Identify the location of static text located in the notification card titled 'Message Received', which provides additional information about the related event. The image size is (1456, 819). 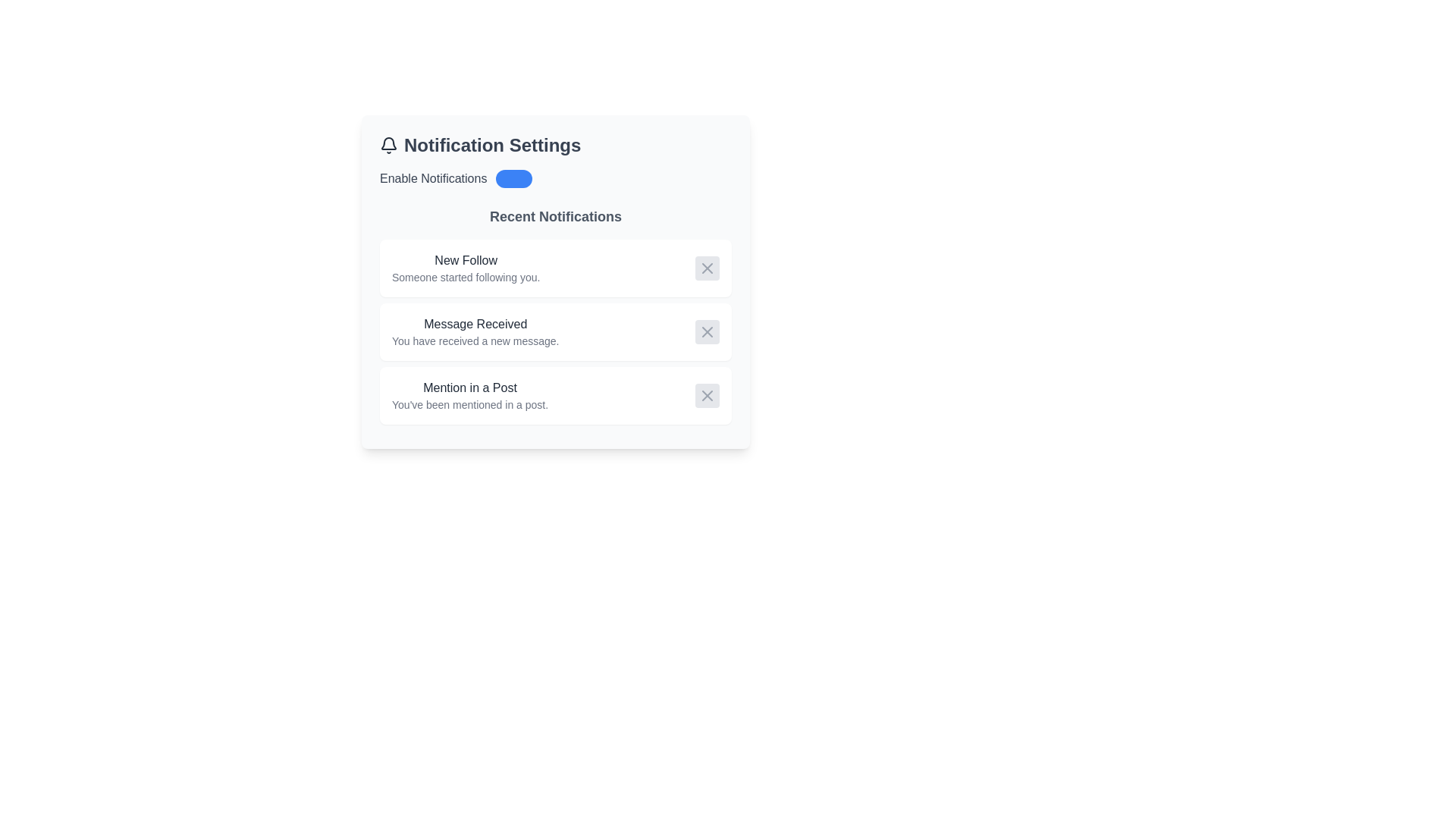
(475, 341).